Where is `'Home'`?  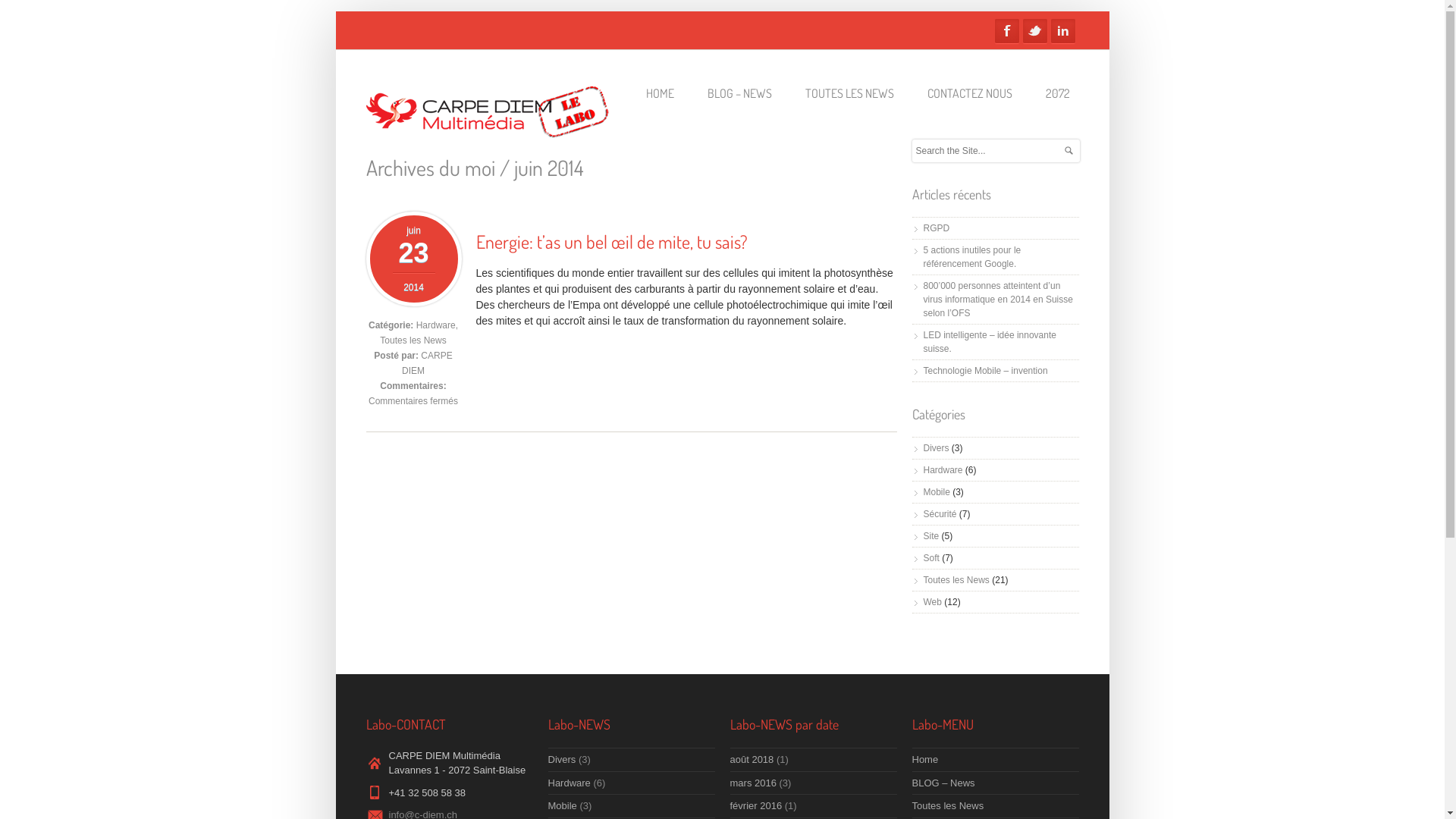
'Home' is located at coordinates (910, 759).